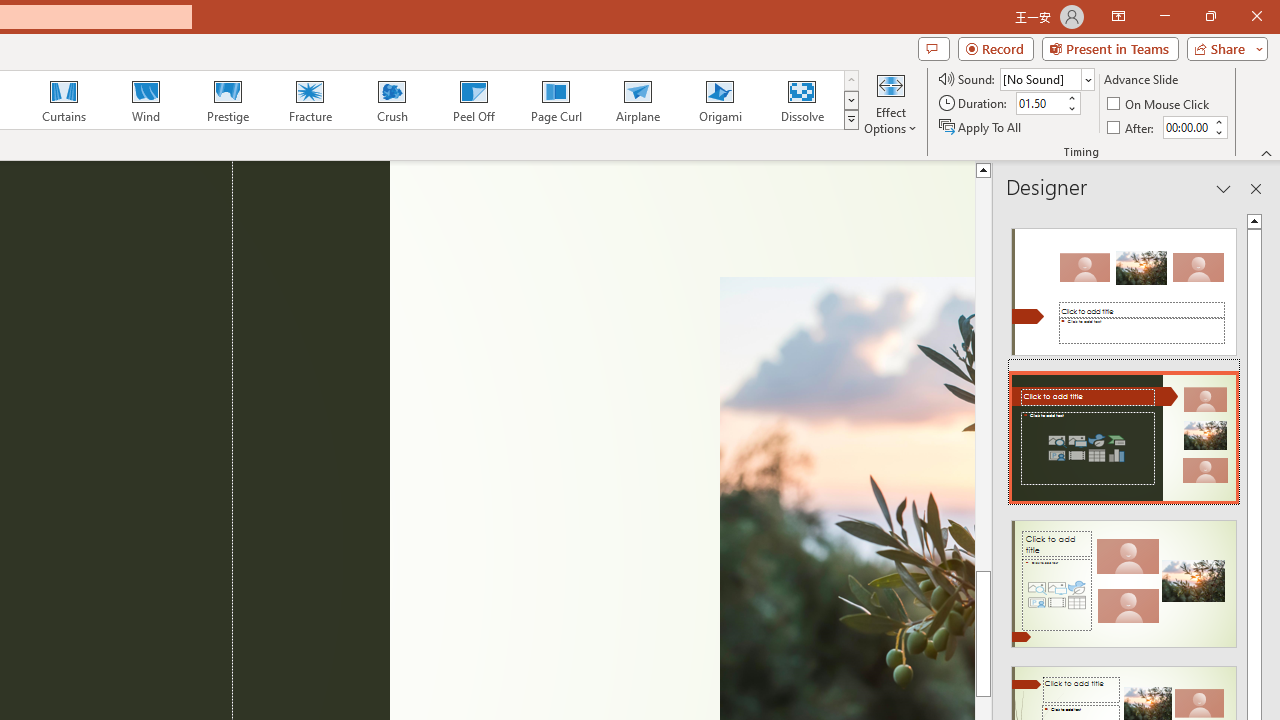 The image size is (1280, 720). Describe the element at coordinates (1217, 121) in the screenshot. I see `'More'` at that location.